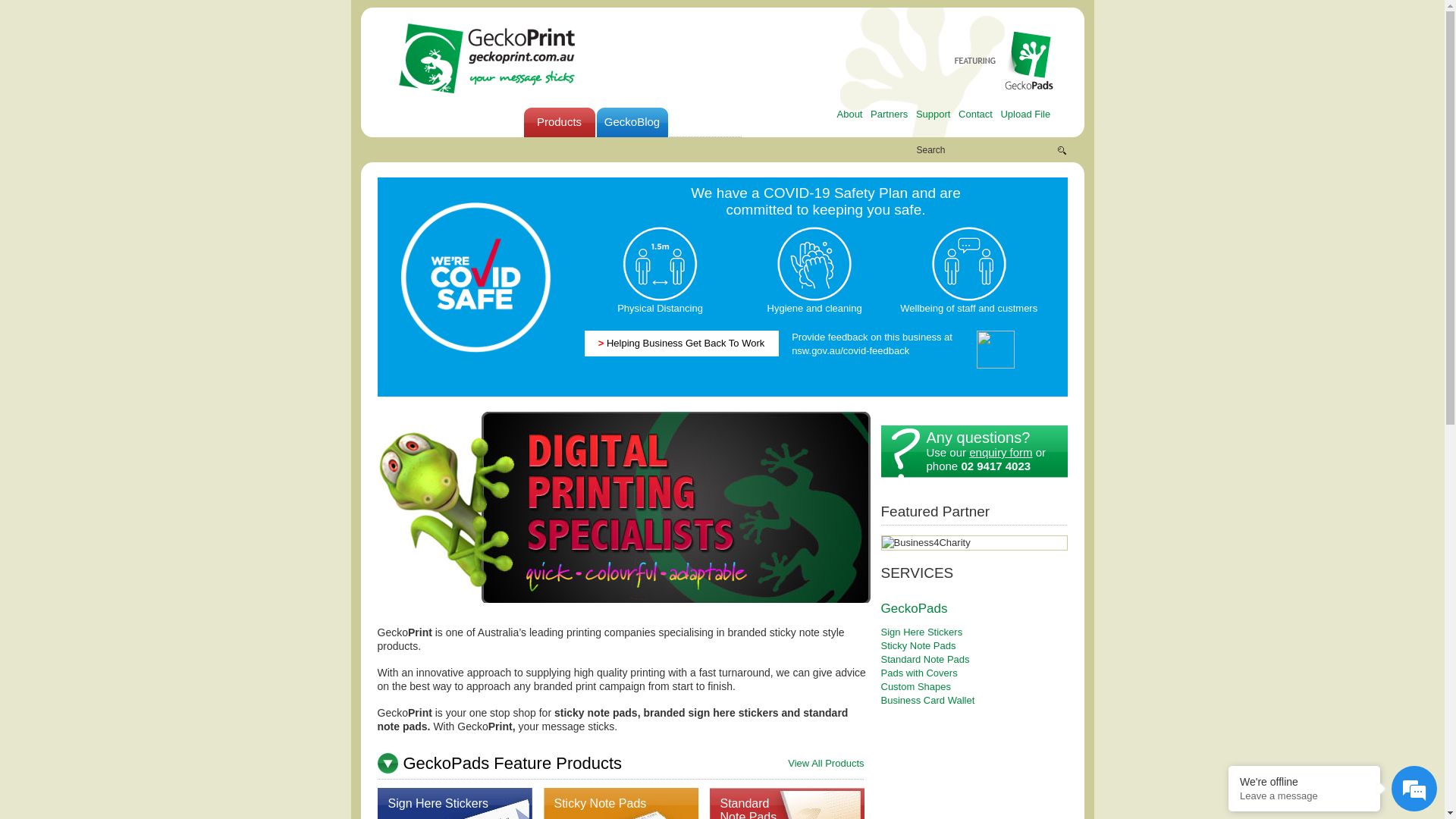  I want to click on 'Contact', so click(975, 113).